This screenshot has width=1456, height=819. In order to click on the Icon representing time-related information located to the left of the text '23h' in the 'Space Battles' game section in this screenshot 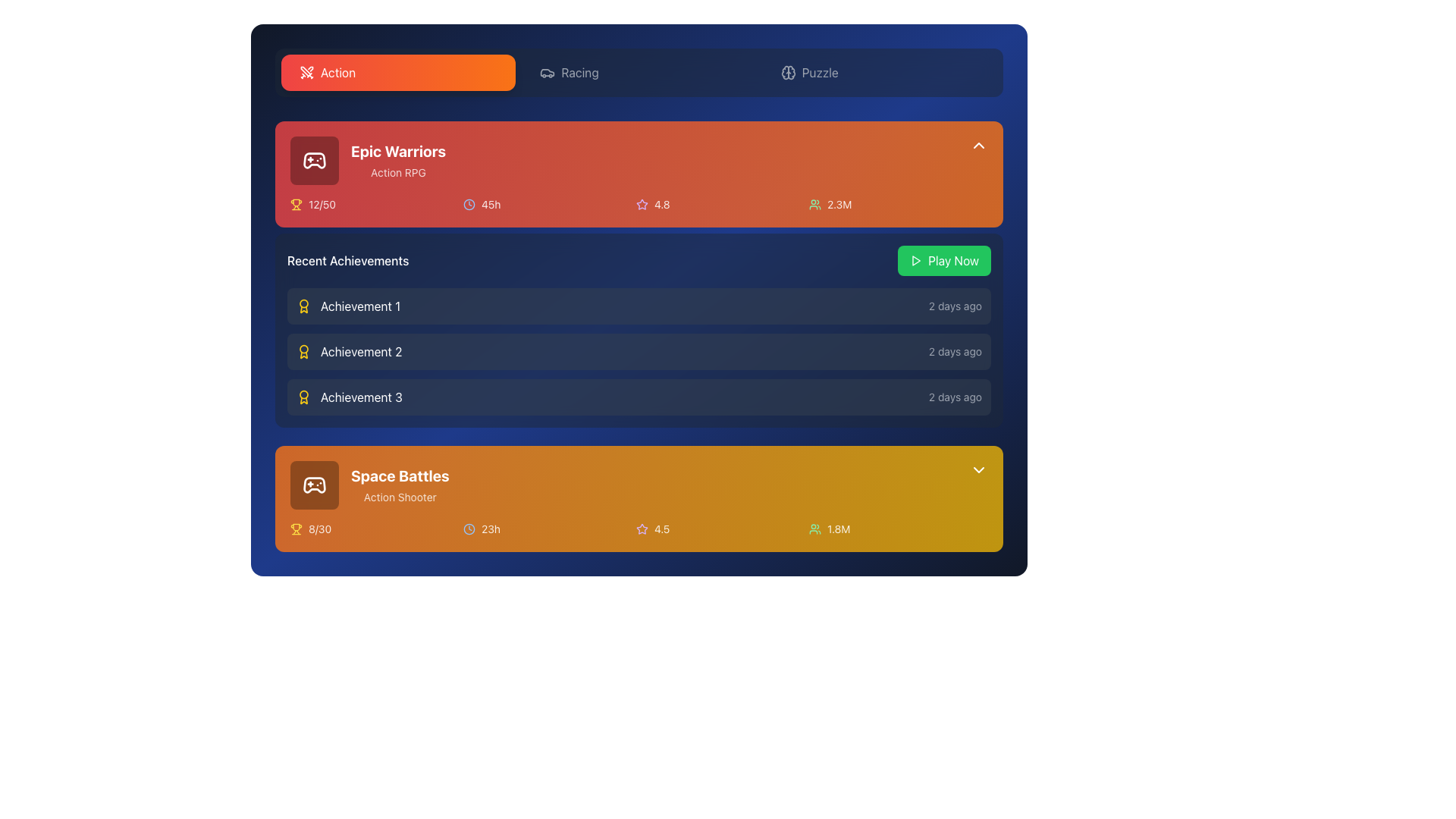, I will do `click(469, 529)`.